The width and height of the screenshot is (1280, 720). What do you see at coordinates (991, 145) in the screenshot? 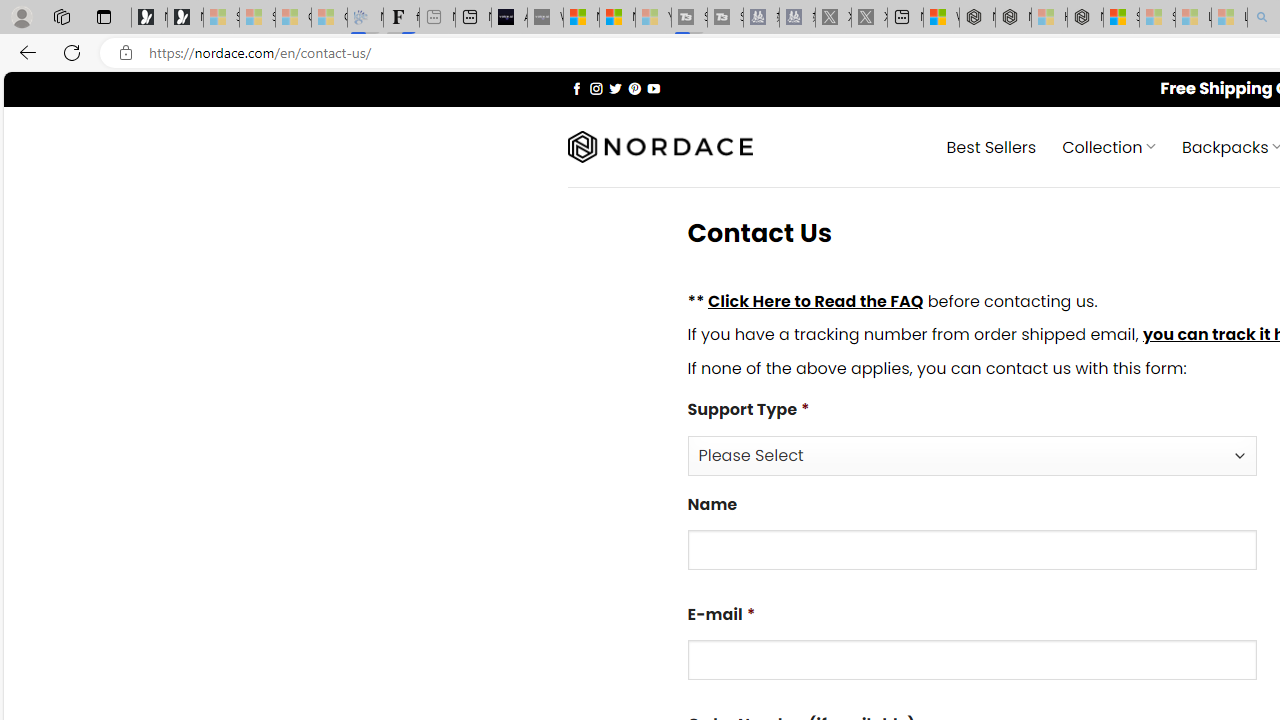
I see `'  Best Sellers'` at bounding box center [991, 145].